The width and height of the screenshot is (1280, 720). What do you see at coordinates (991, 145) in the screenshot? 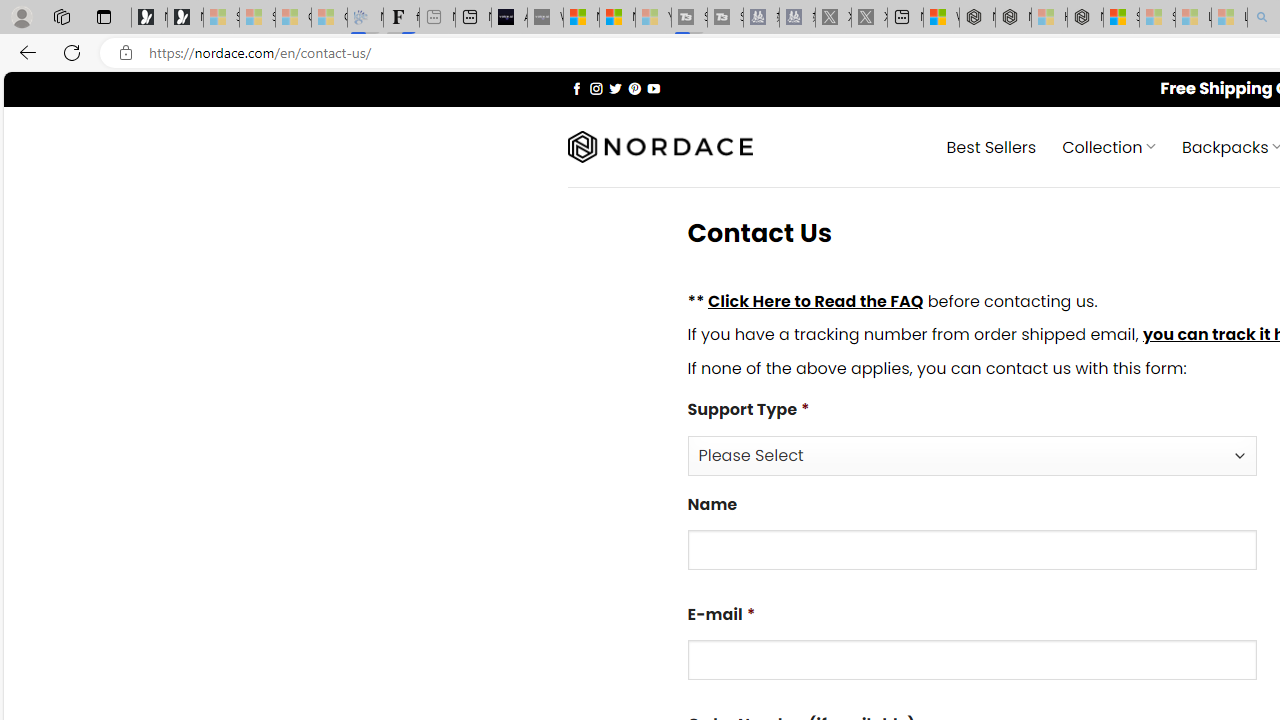
I see `'  Best Sellers'` at bounding box center [991, 145].